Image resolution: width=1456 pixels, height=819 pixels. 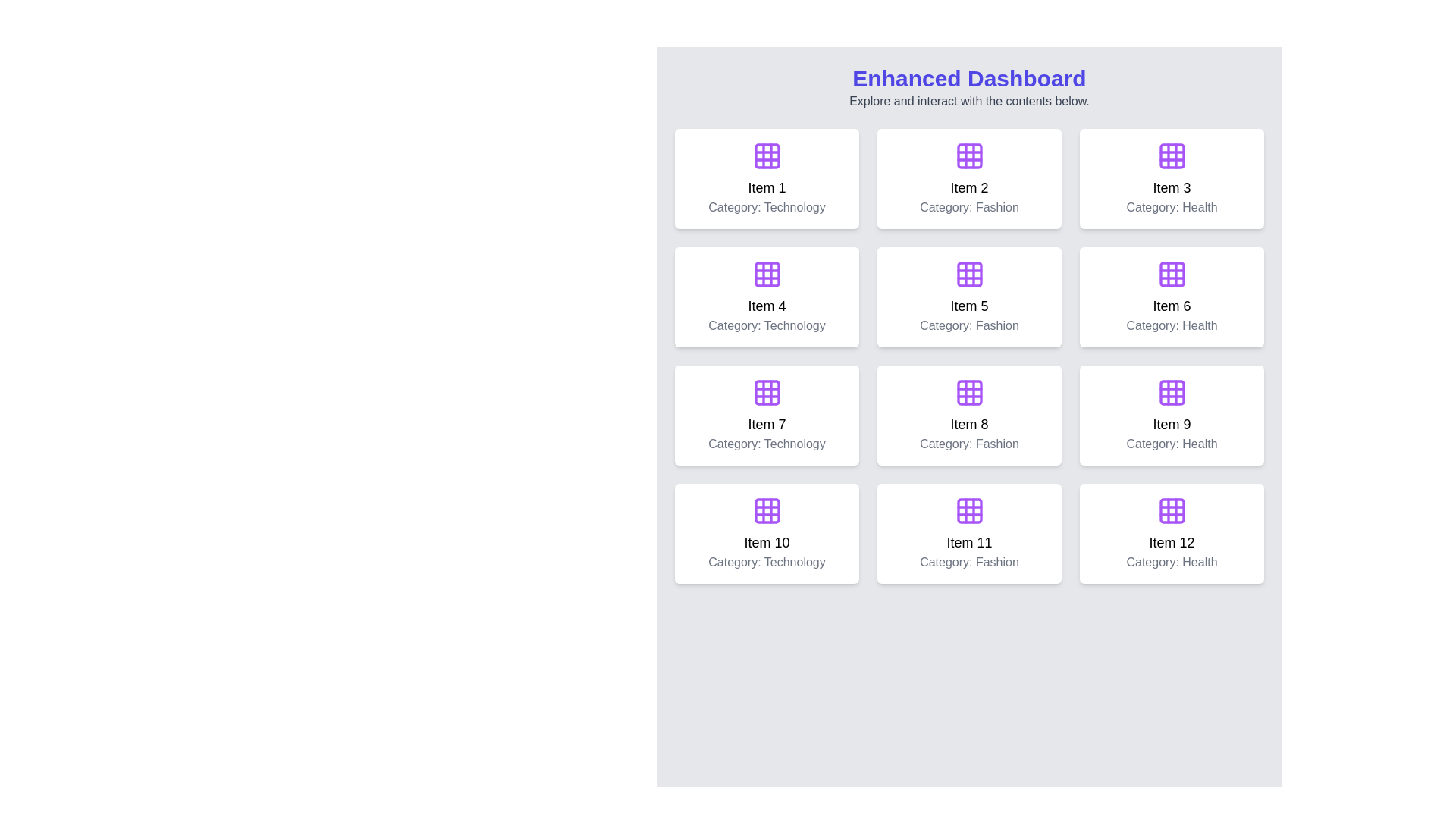 I want to click on the Card element displaying 'Item 10' in the grid layout, so click(x=767, y=533).